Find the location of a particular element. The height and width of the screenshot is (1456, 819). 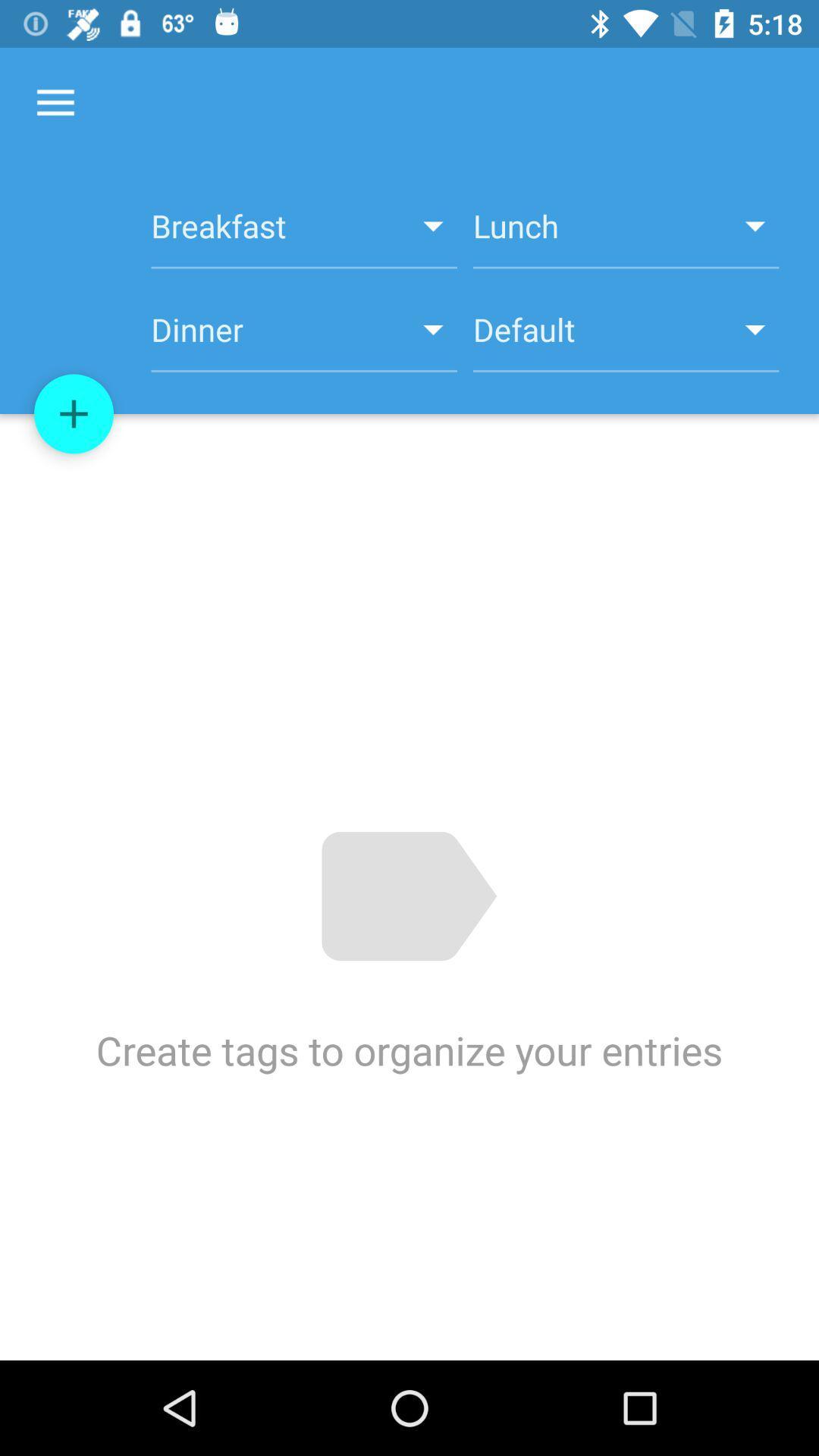

item above dinner is located at coordinates (304, 234).